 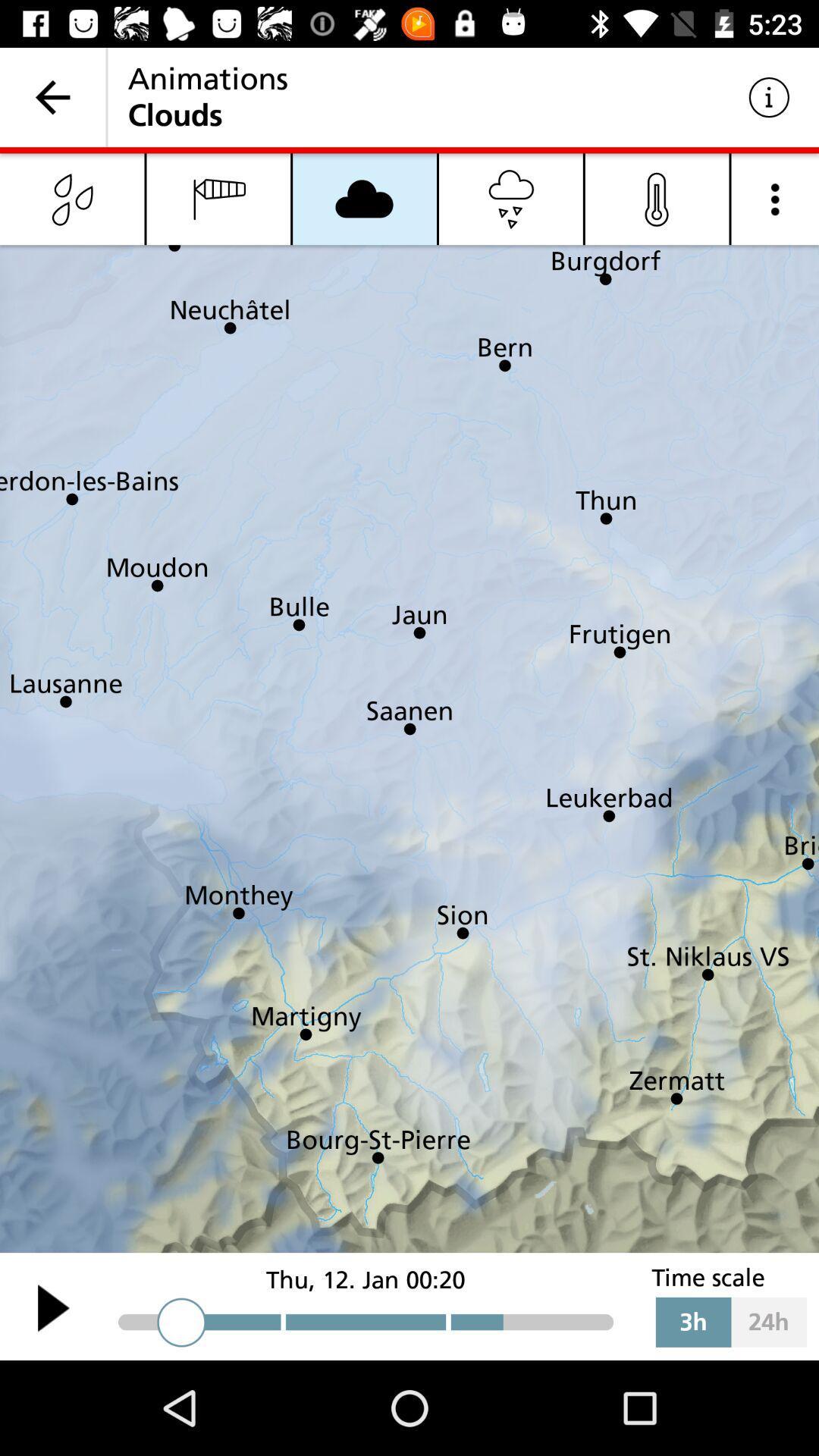 I want to click on the play icon, so click(x=52, y=1307).